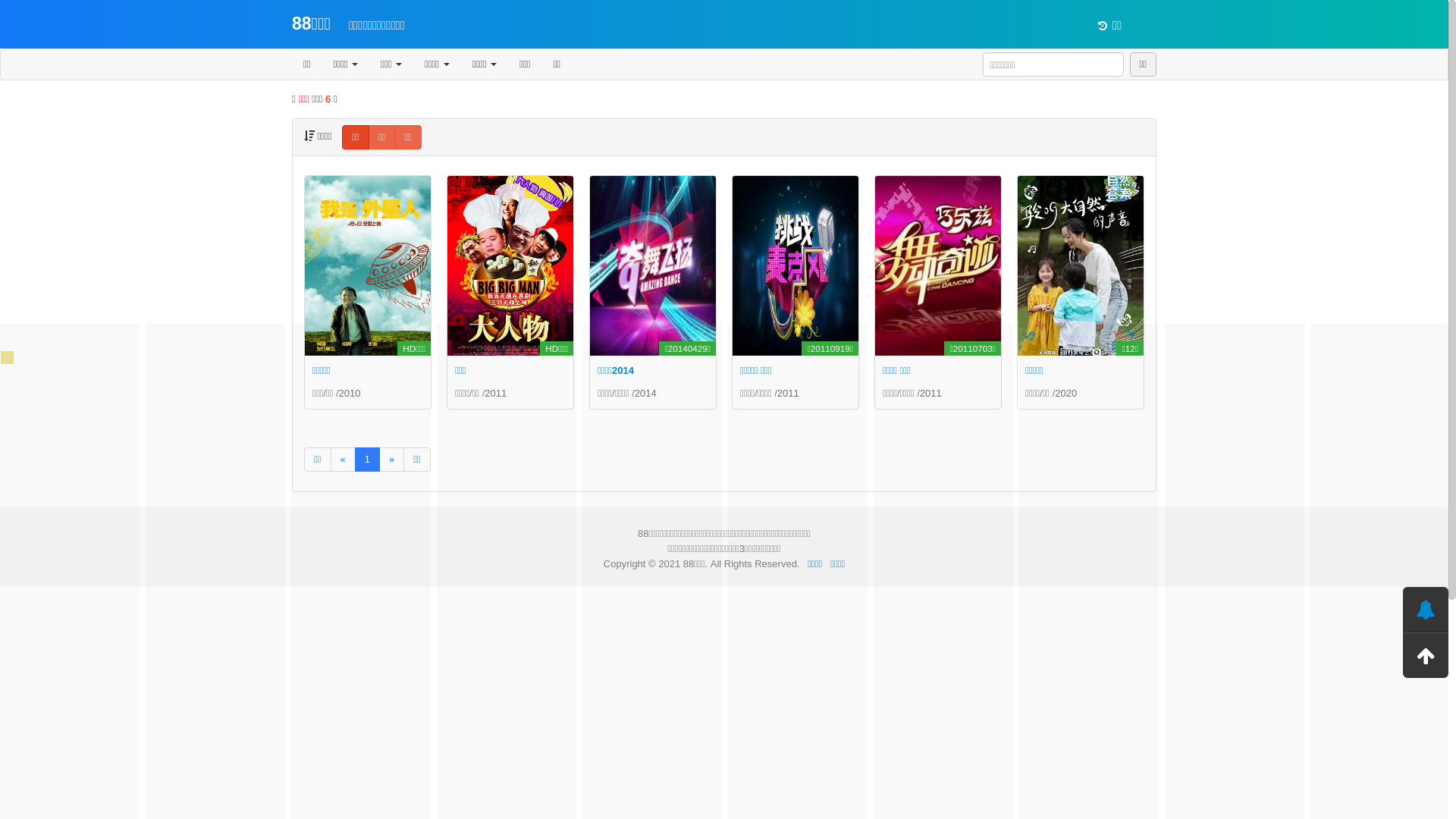 The width and height of the screenshot is (1456, 819). What do you see at coordinates (349, 392) in the screenshot?
I see `'2010'` at bounding box center [349, 392].